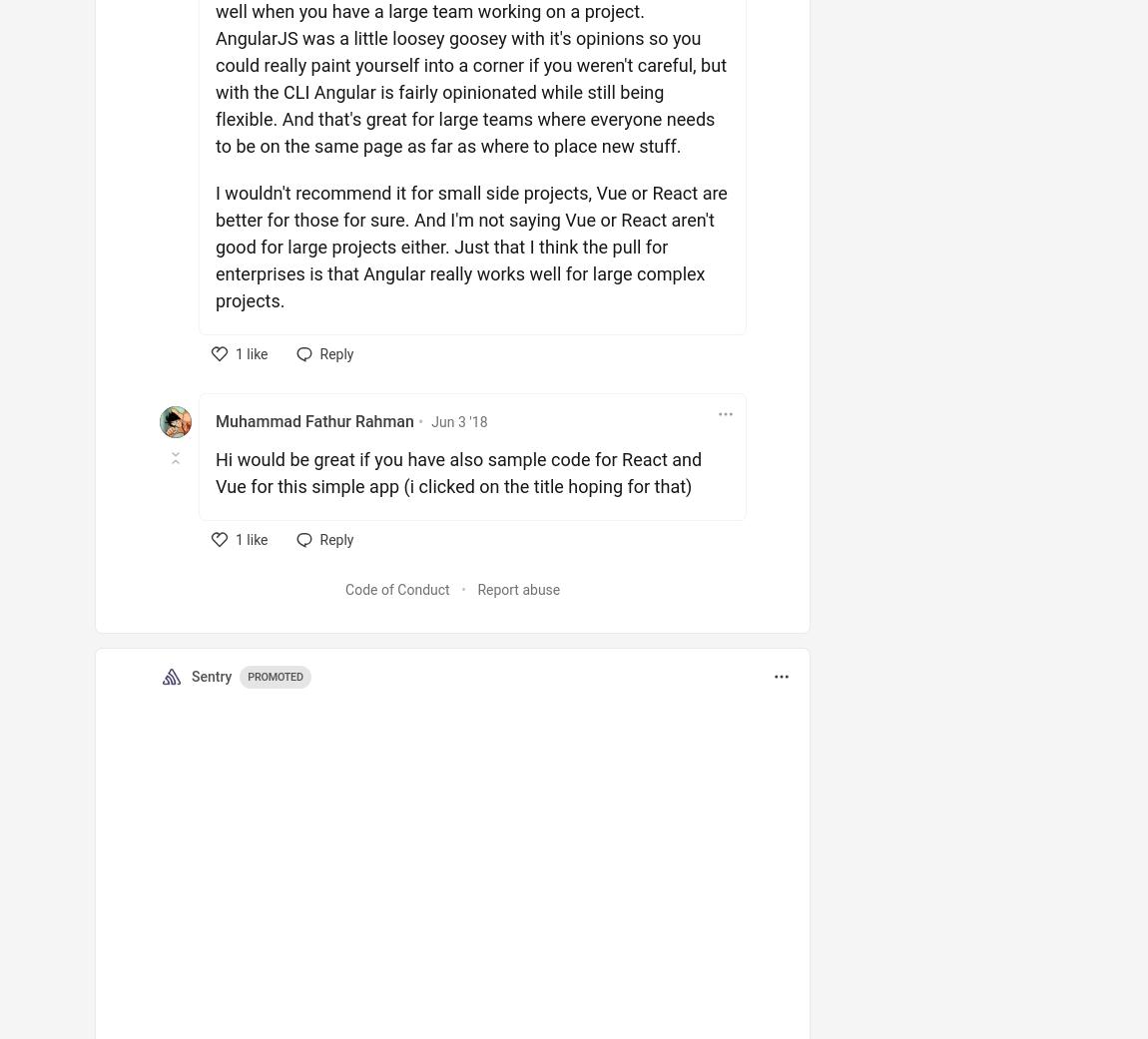 The height and width of the screenshot is (1039, 1148). I want to click on 'Code of Conduct', so click(397, 589).